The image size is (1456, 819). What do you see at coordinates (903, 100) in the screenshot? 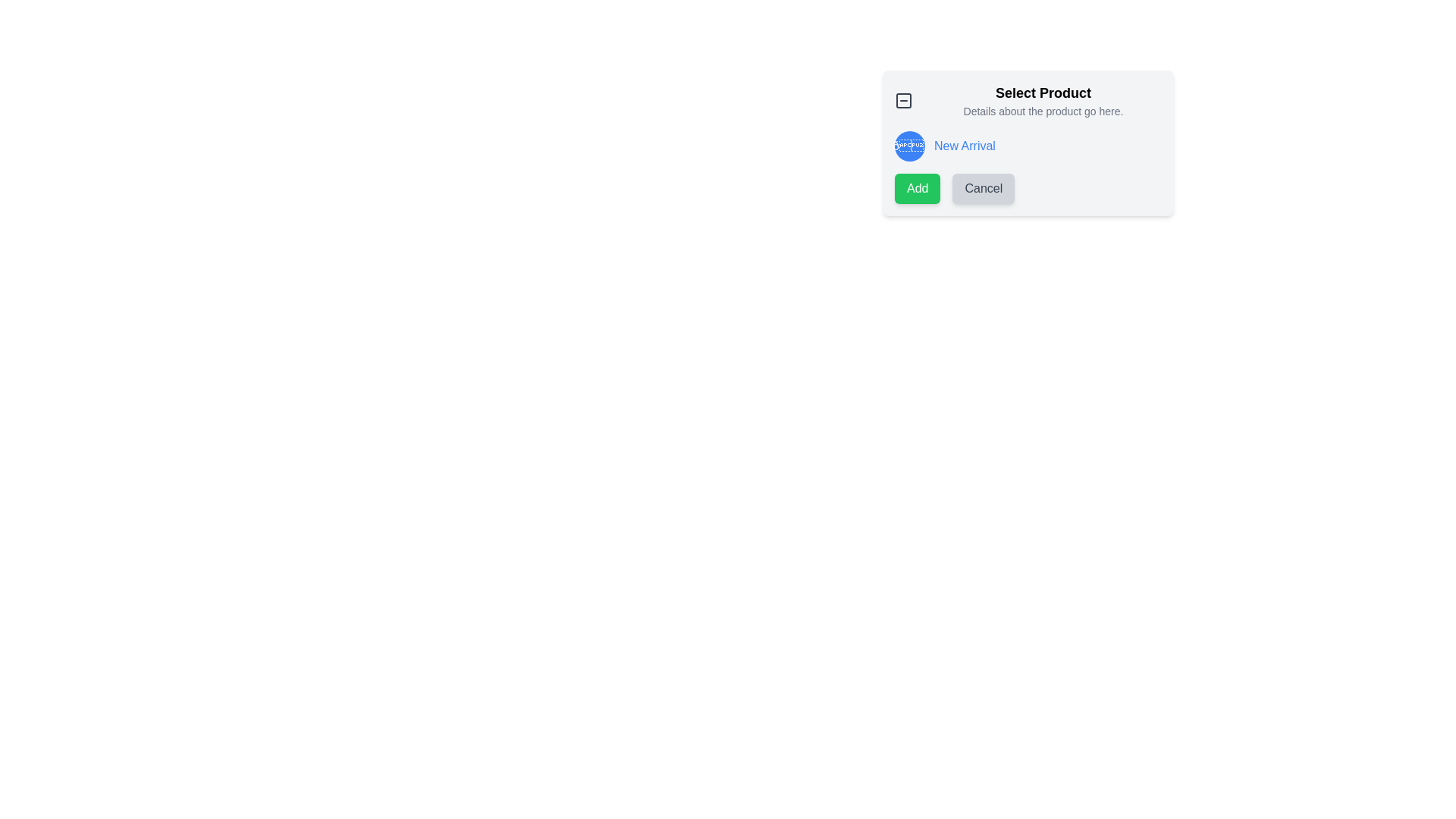
I see `the decorative icon located in the top-left corner of the 'Select Product' interface, which symbolizes a function related to removing or clearing` at bounding box center [903, 100].